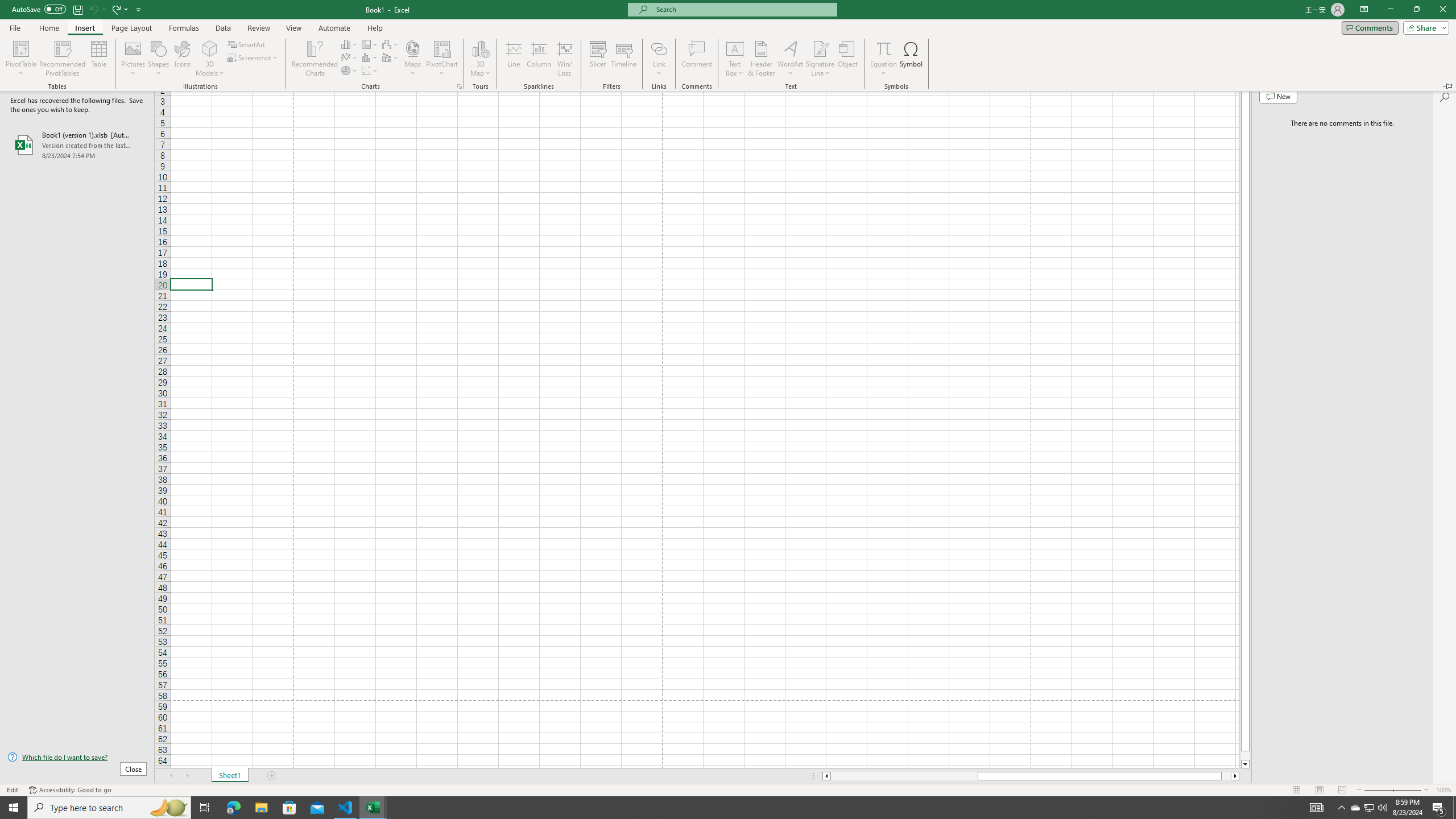 The height and width of the screenshot is (819, 1456). Describe the element at coordinates (260, 806) in the screenshot. I see `'File Explorer'` at that location.